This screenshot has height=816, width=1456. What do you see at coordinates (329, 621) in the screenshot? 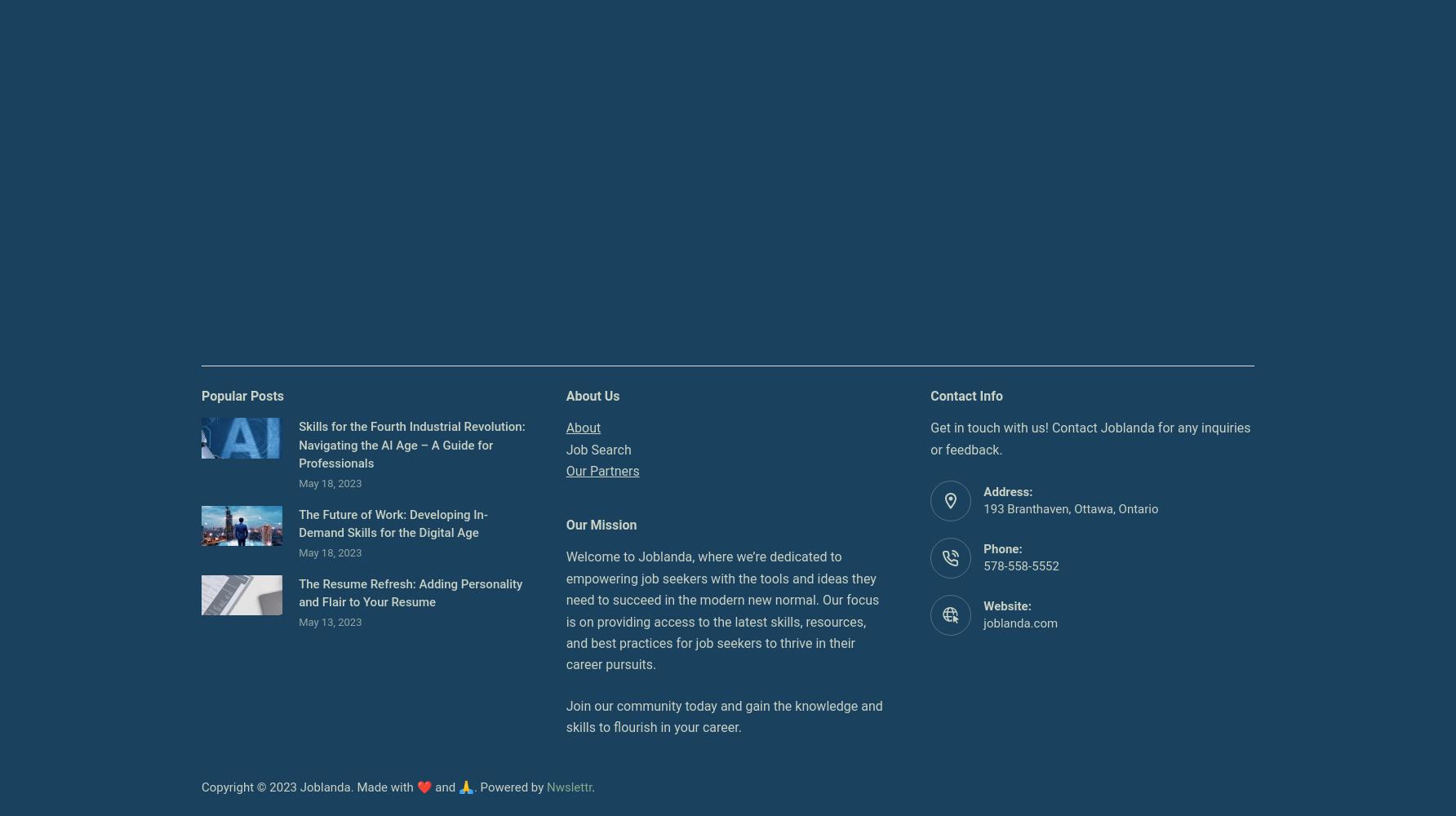
I see `'May 13, 2023'` at bounding box center [329, 621].